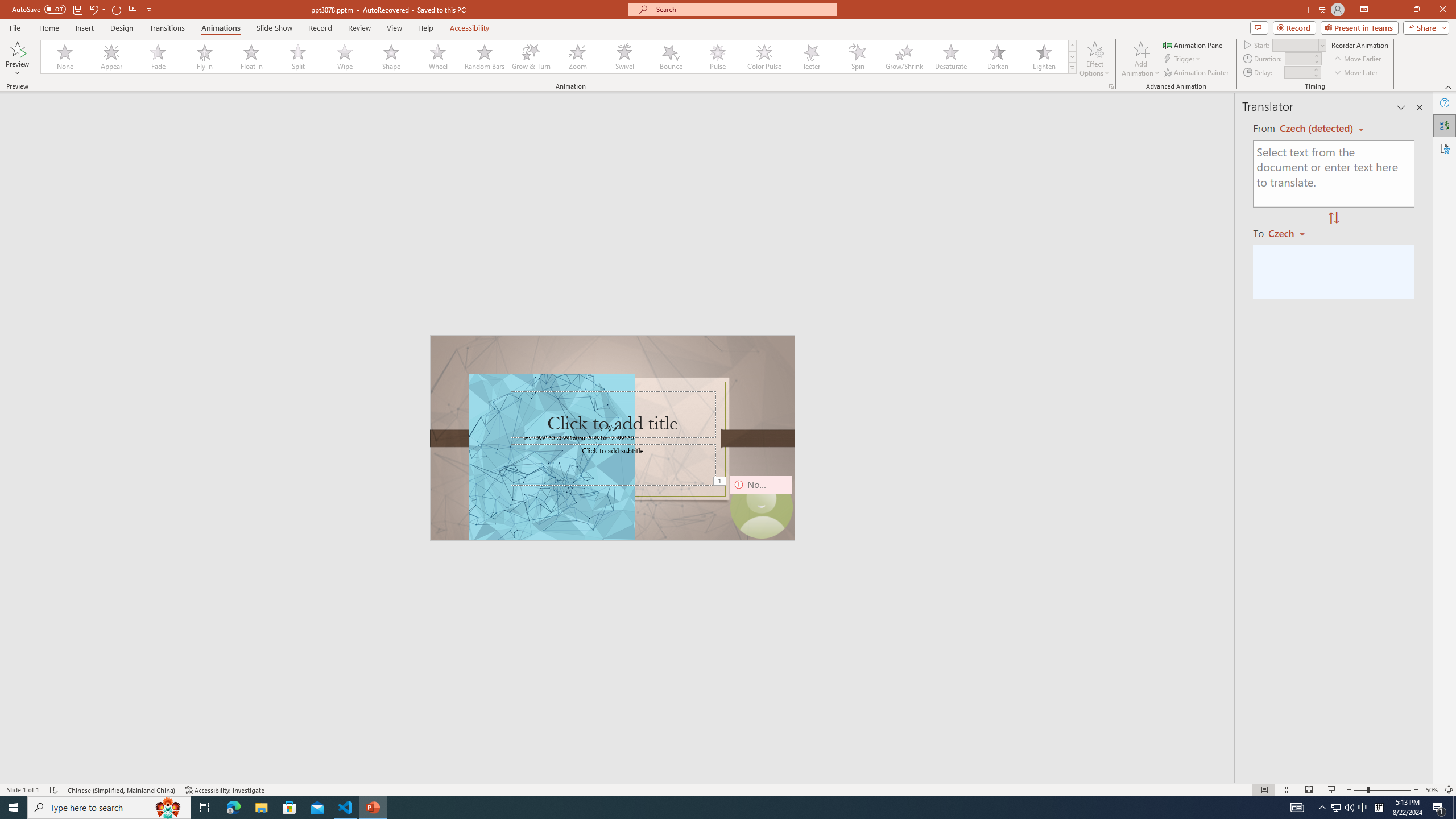 The width and height of the screenshot is (1456, 819). I want to click on 'Translator', so click(1444, 126).